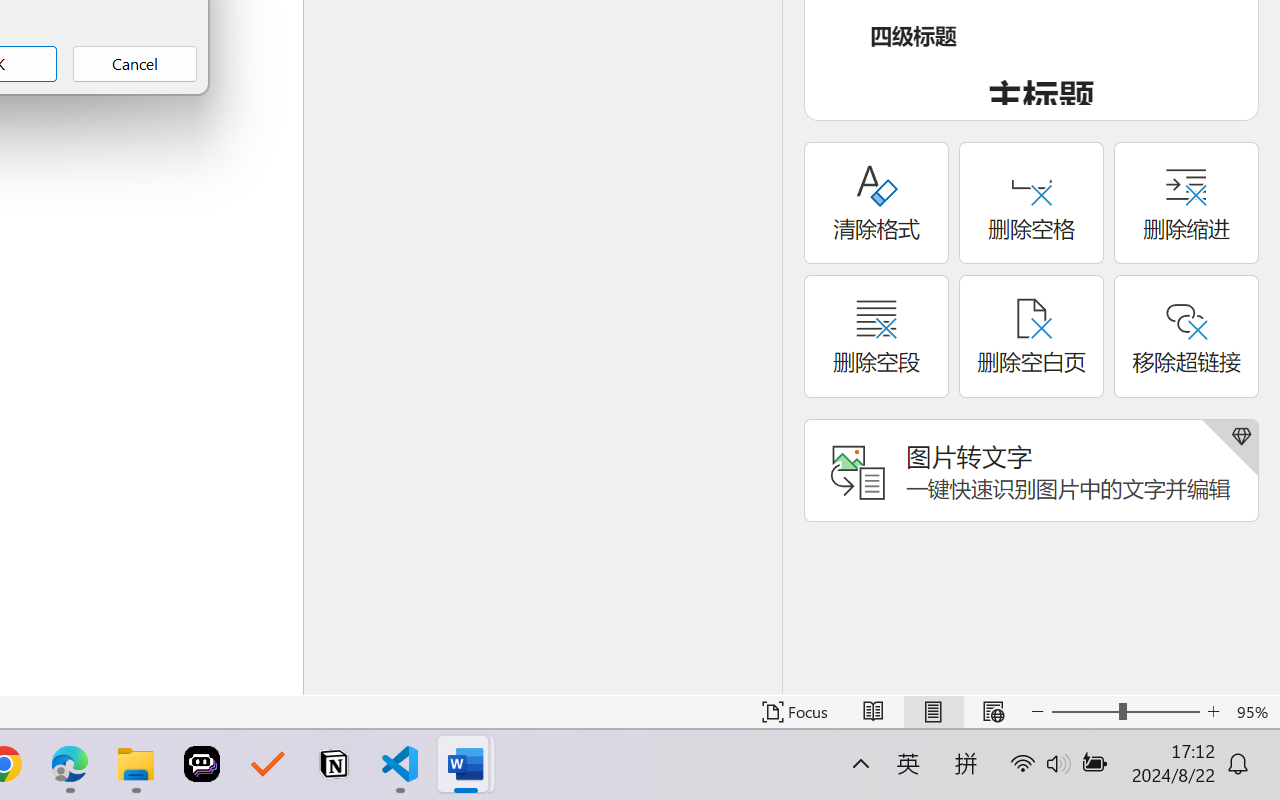 The image size is (1280, 800). What do you see at coordinates (1252, 711) in the screenshot?
I see `'Zoom 95%'` at bounding box center [1252, 711].